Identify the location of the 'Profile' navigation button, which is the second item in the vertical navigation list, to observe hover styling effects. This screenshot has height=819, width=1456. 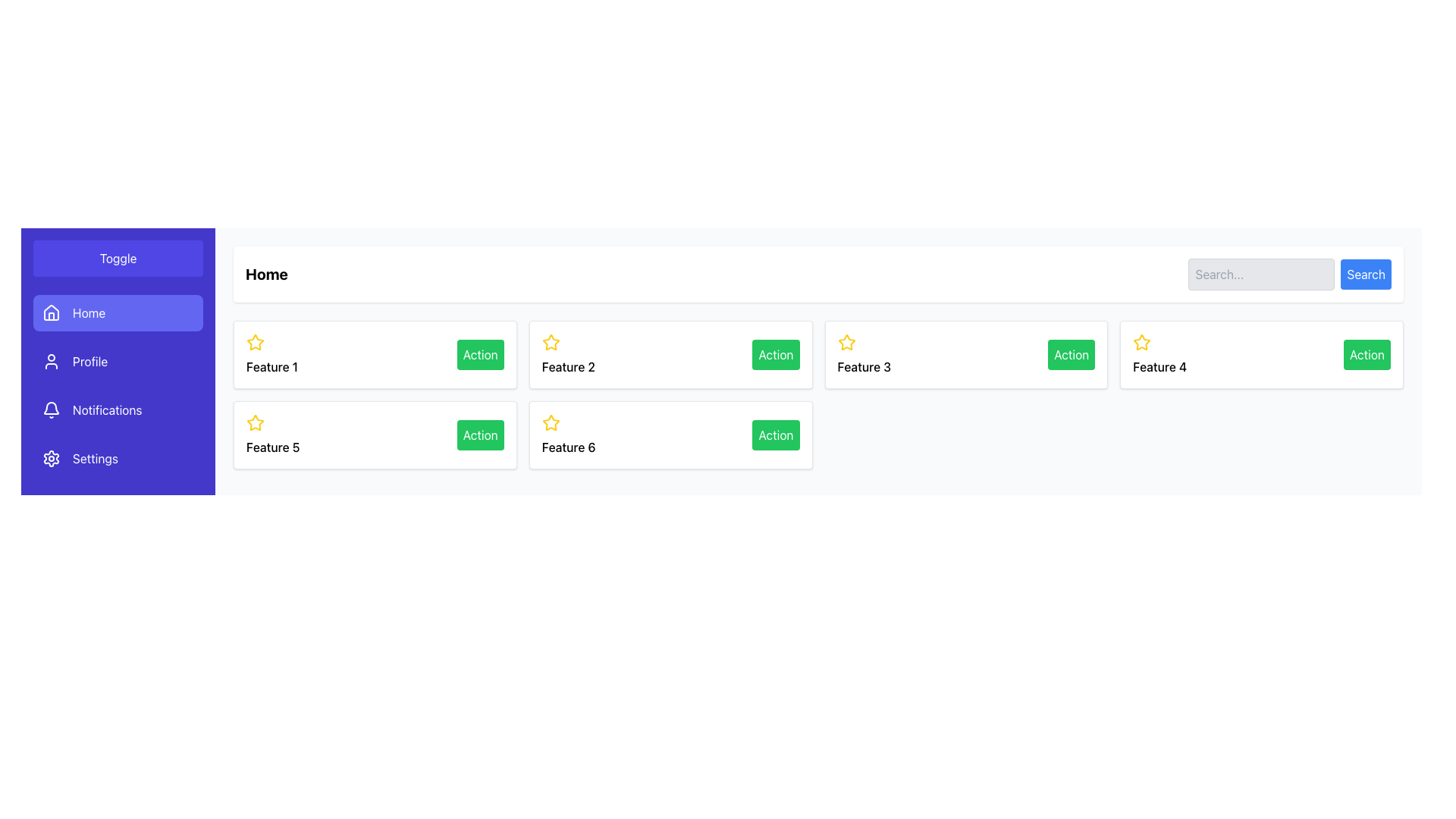
(118, 362).